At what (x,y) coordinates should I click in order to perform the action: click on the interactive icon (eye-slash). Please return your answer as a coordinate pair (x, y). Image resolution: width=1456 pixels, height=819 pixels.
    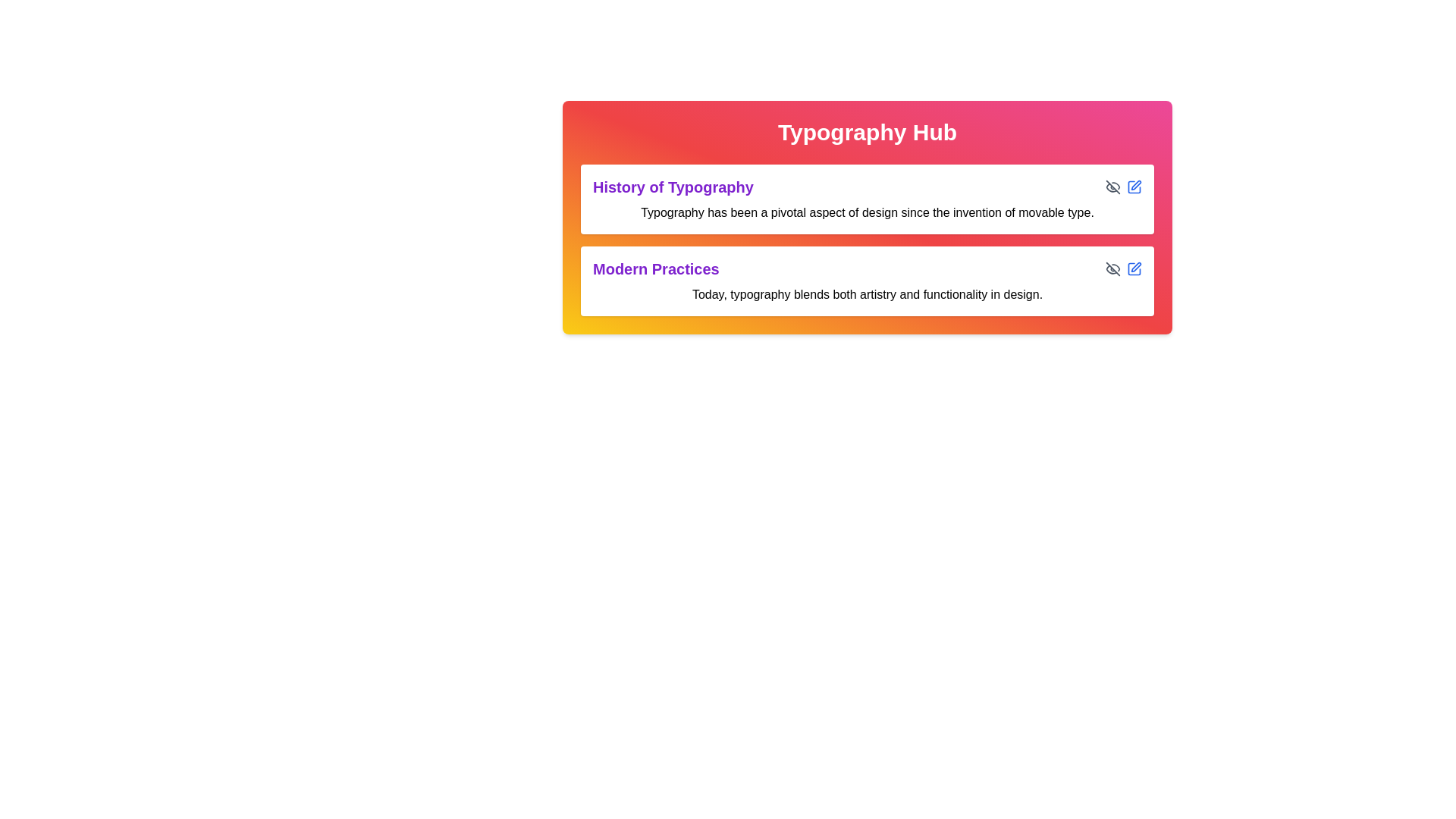
    Looking at the image, I should click on (1113, 186).